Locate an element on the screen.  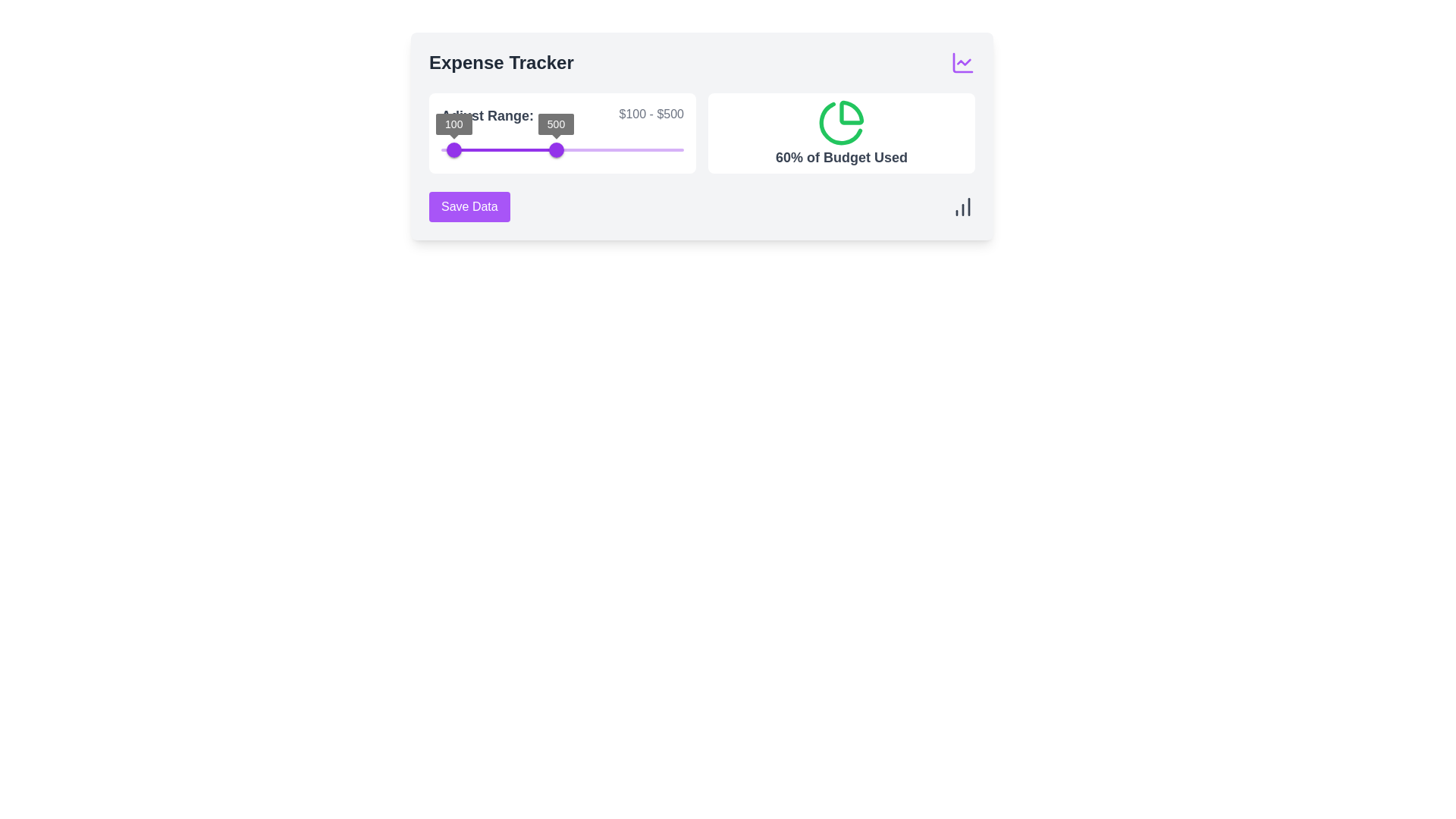
the icon located on the far right side of the 'Save Data' section is located at coordinates (962, 207).